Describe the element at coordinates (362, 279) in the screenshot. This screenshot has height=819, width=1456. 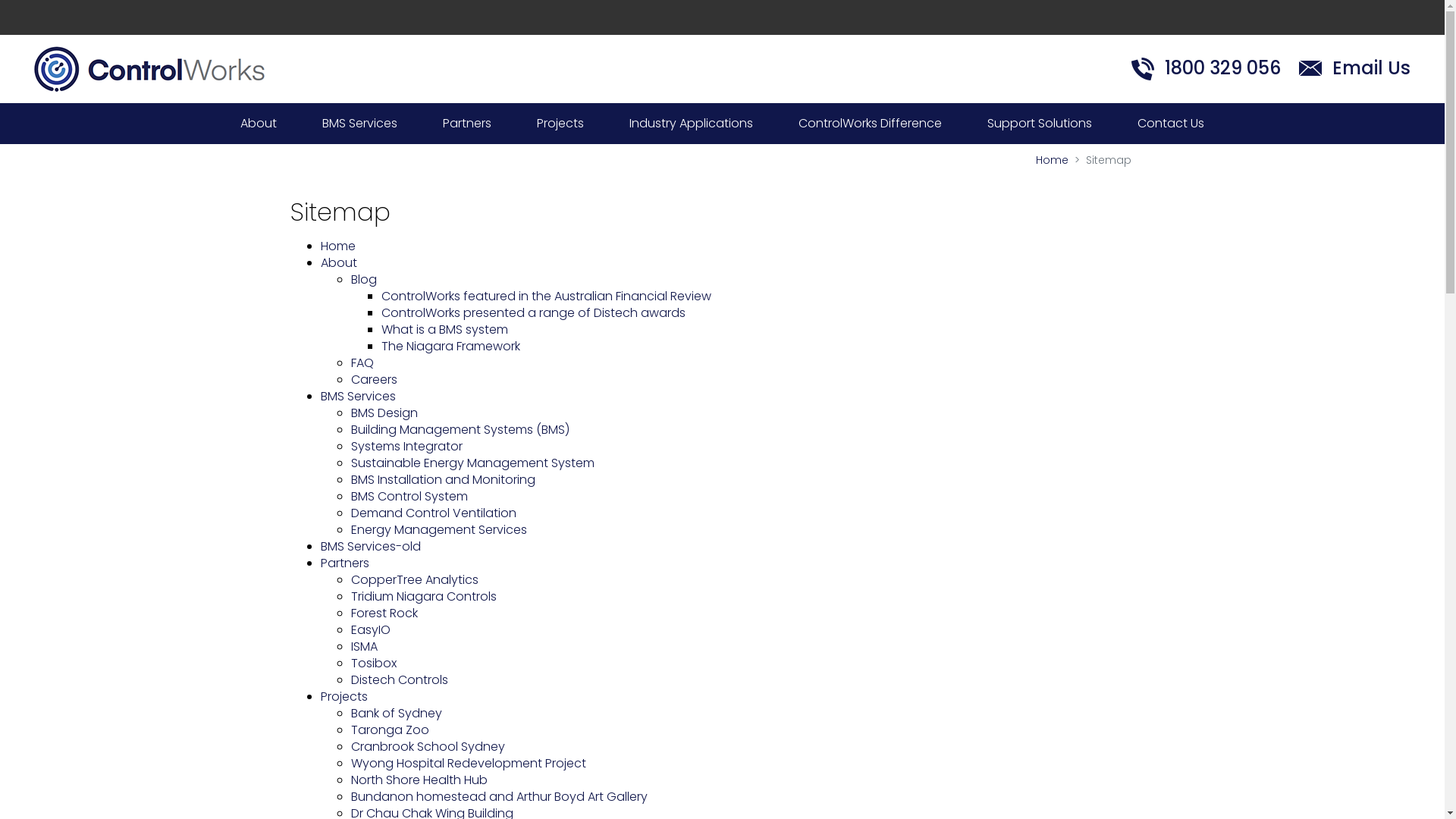
I see `'Blog'` at that location.